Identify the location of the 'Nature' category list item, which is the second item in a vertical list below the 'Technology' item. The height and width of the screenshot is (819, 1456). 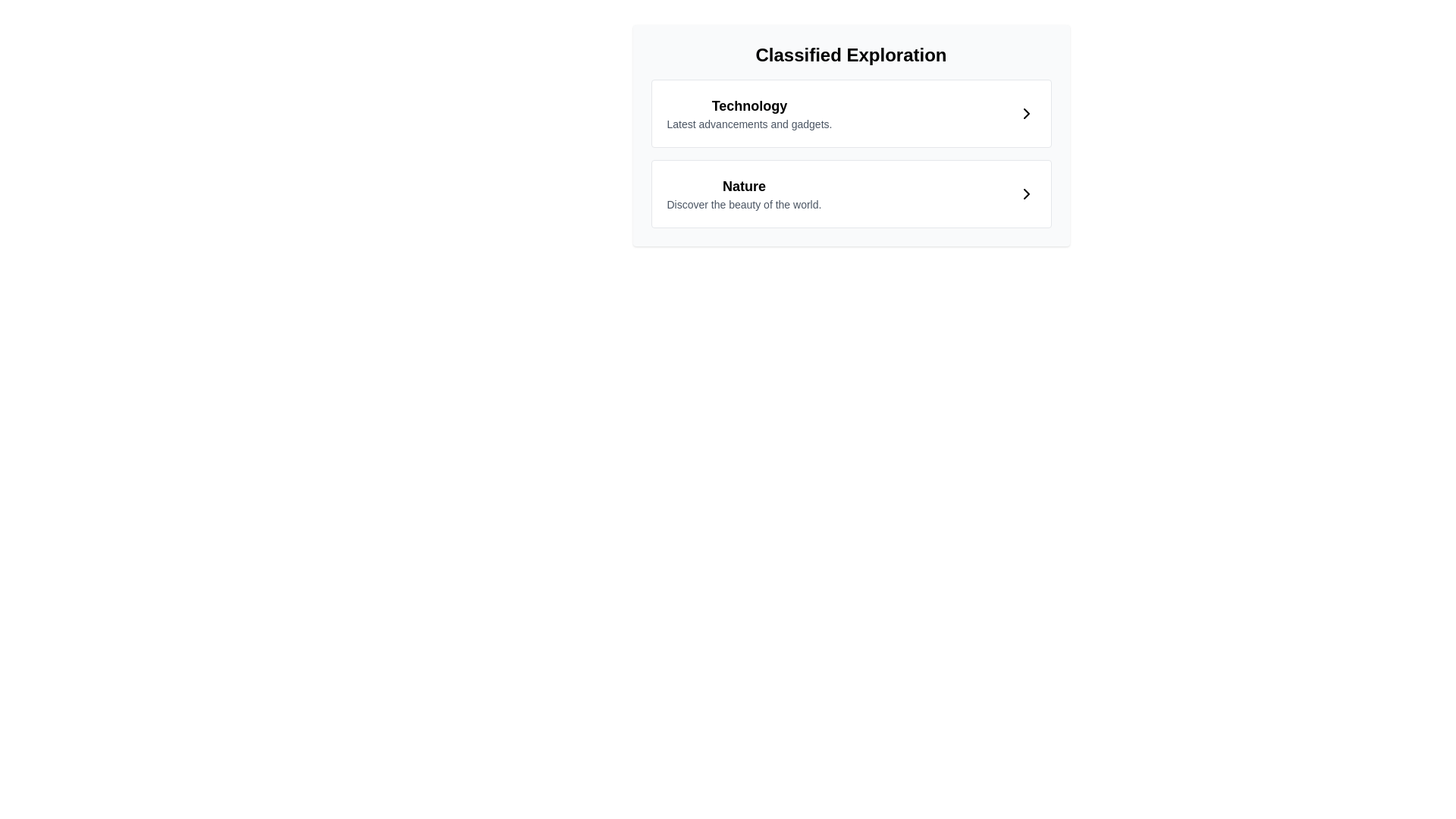
(851, 193).